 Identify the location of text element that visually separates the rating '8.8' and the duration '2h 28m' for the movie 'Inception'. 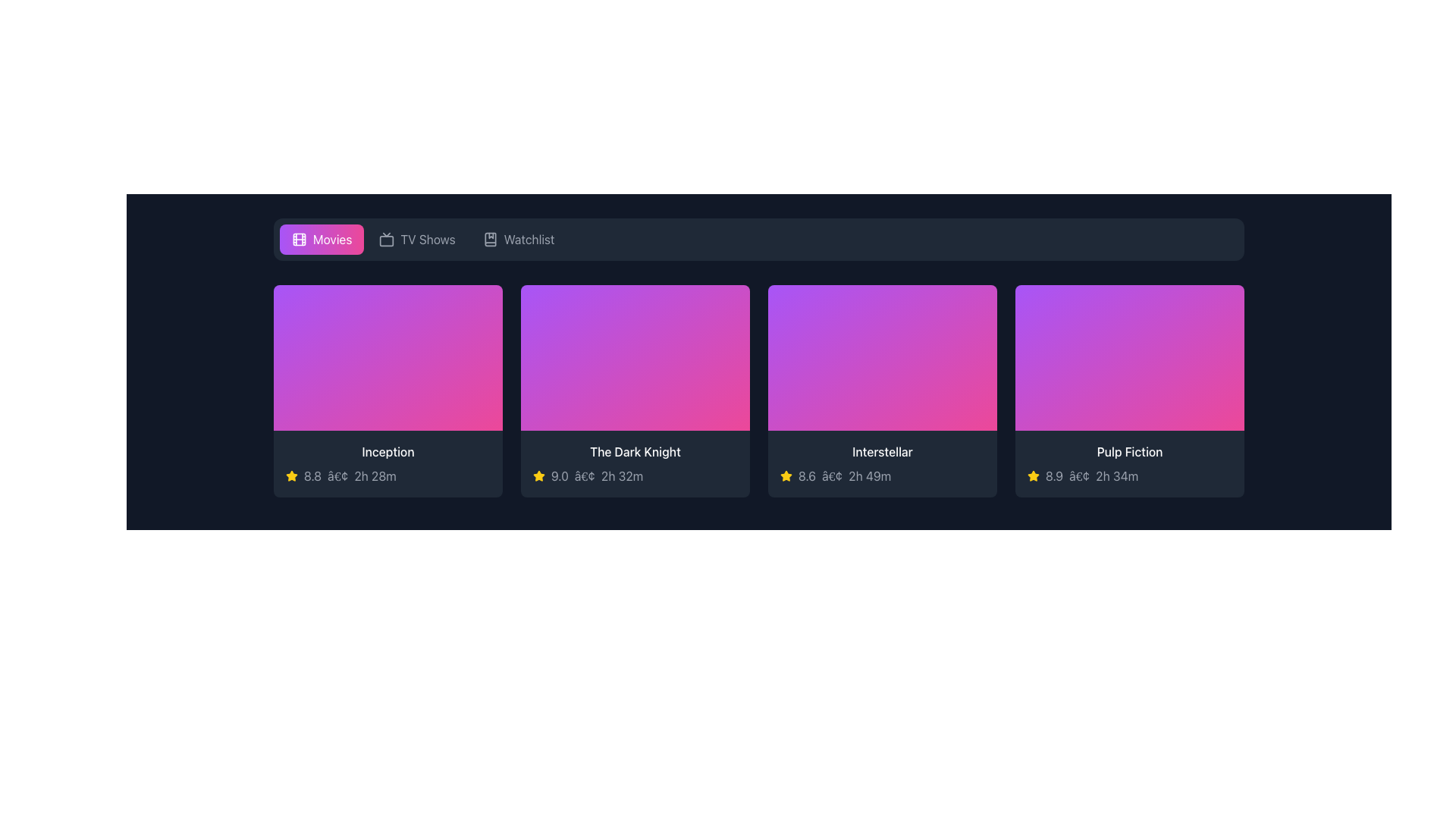
(337, 475).